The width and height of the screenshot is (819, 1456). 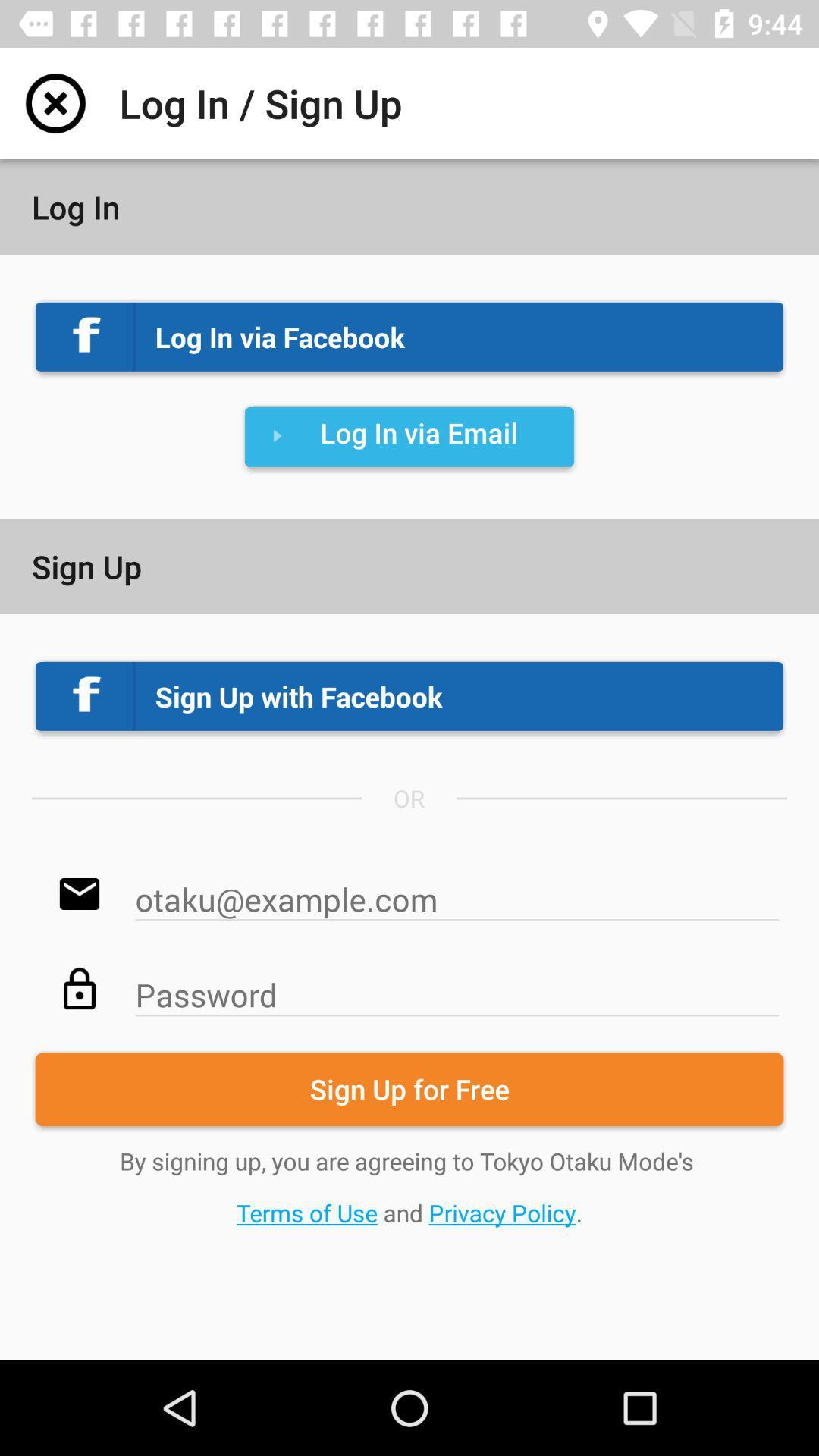 What do you see at coordinates (55, 102) in the screenshot?
I see `page` at bounding box center [55, 102].